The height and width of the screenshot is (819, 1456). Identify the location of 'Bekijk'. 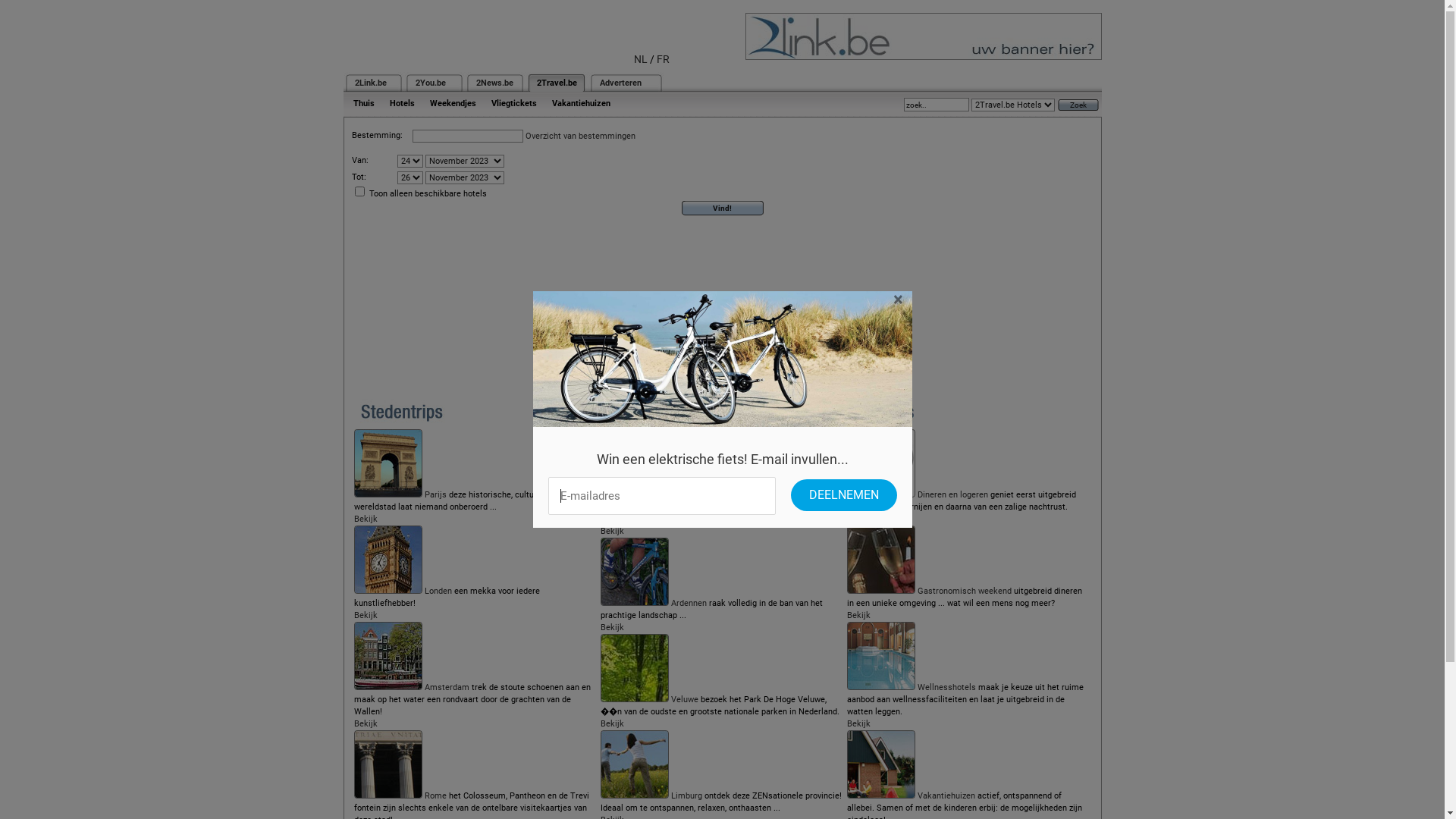
(612, 723).